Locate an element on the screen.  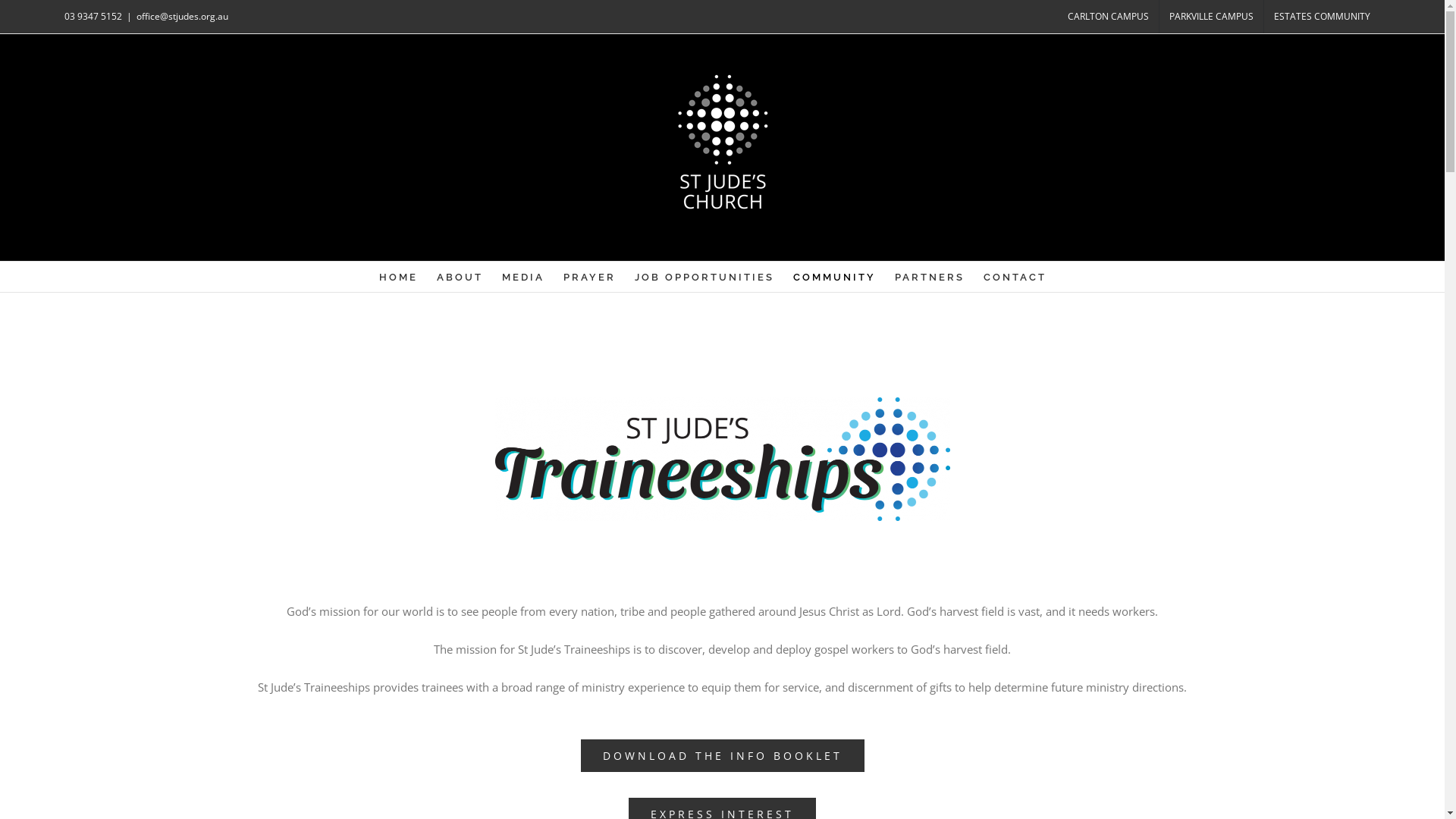
'JOB OPPORTUNITIES' is located at coordinates (704, 277).